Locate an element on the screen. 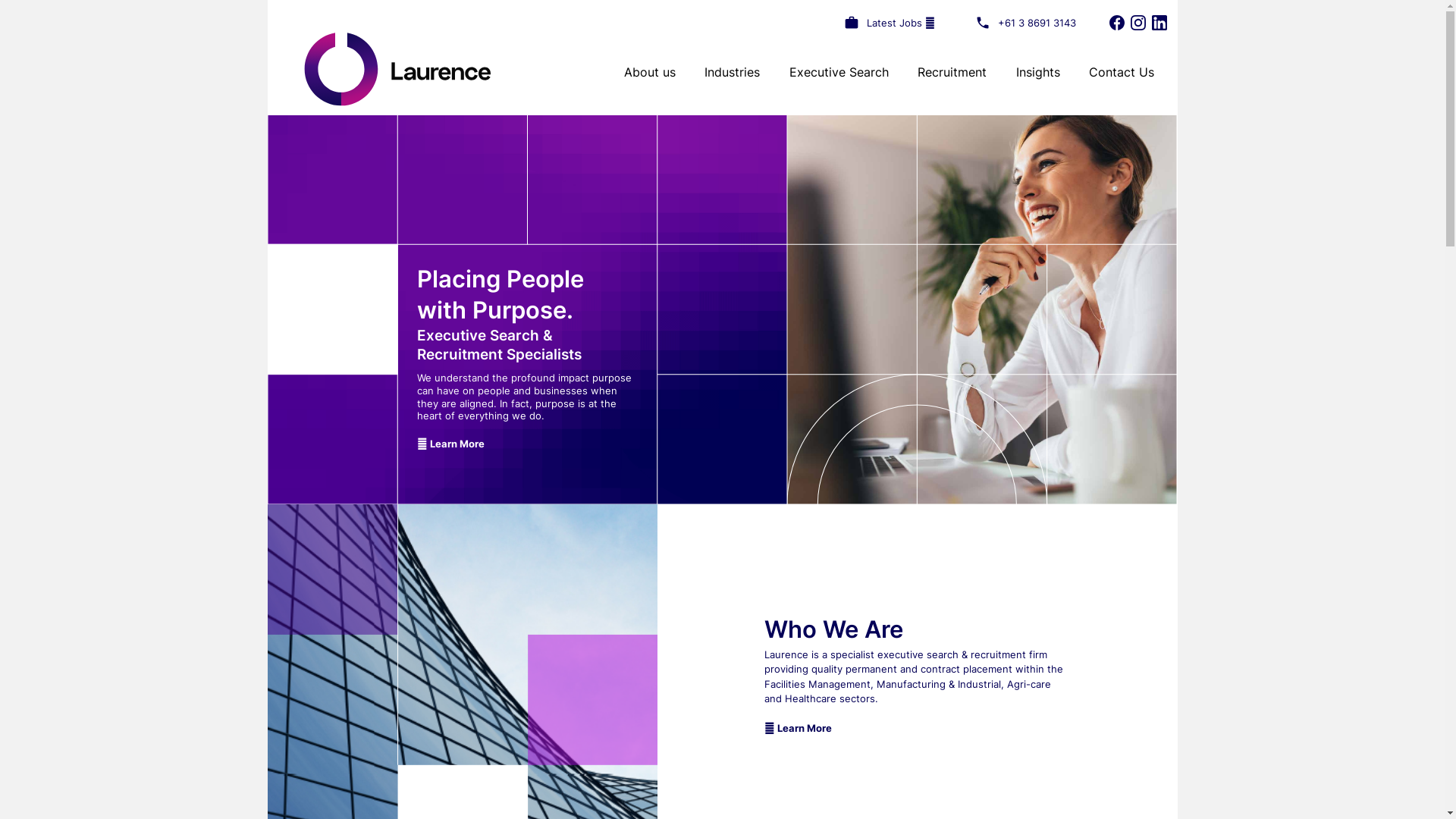 The height and width of the screenshot is (819, 1456). 'Recruitment' is located at coordinates (916, 72).